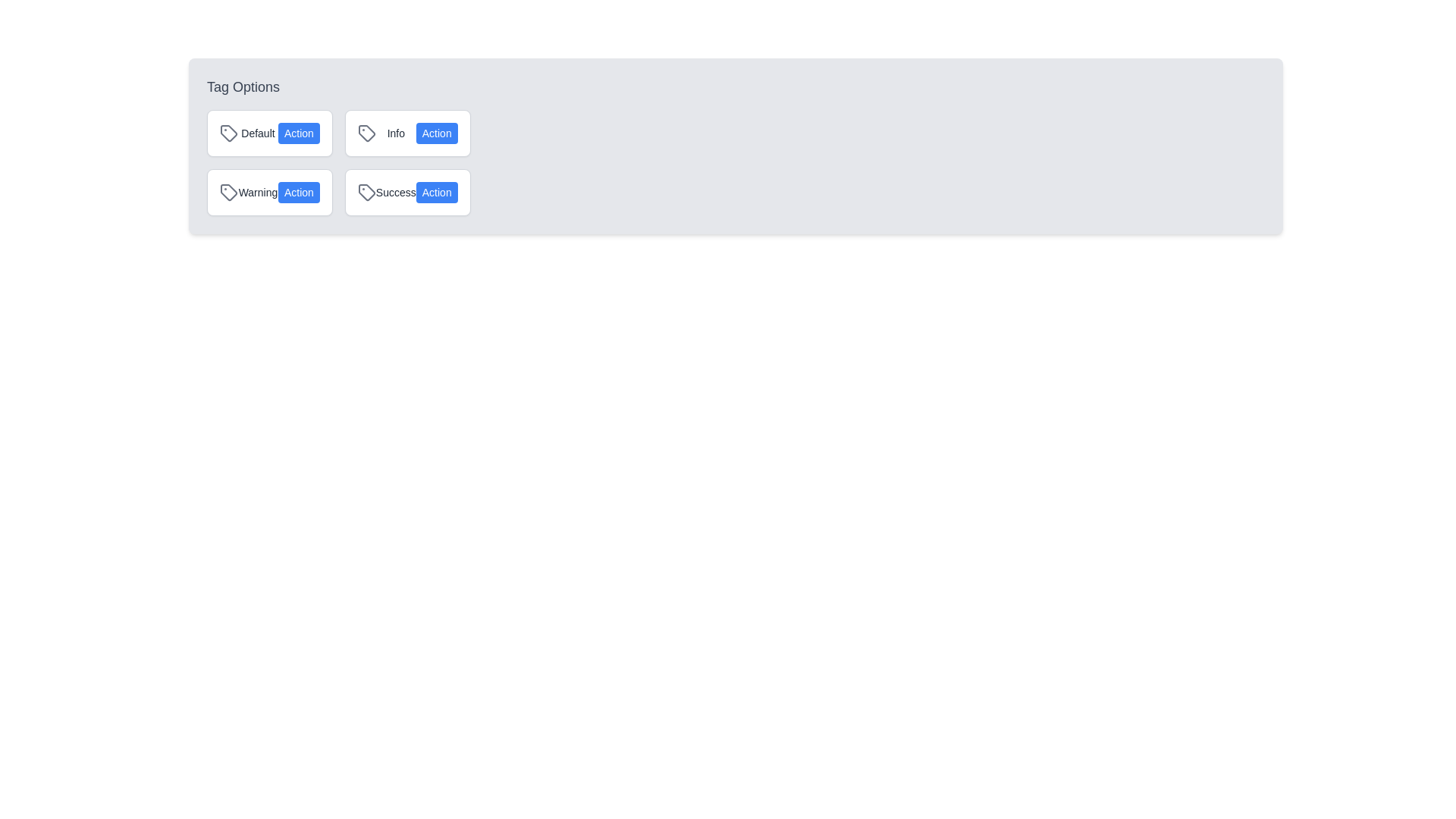 The image size is (1456, 819). Describe the element at coordinates (407, 133) in the screenshot. I see `the 'Action' button in the top-right card labeled 'Info' which contains an icon and text` at that location.